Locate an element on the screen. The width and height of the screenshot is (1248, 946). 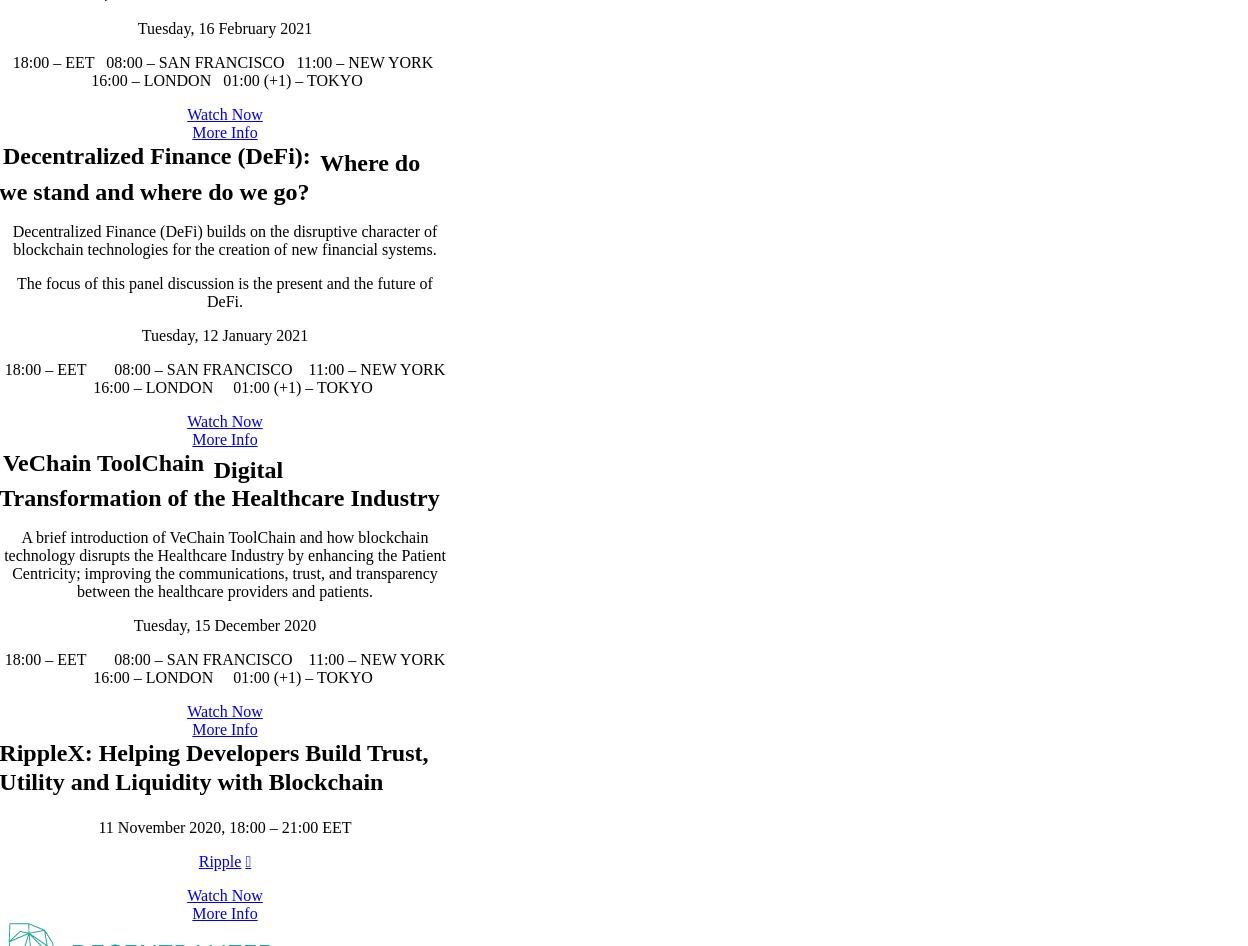
'VeChain ToolChain' is located at coordinates (101, 663).